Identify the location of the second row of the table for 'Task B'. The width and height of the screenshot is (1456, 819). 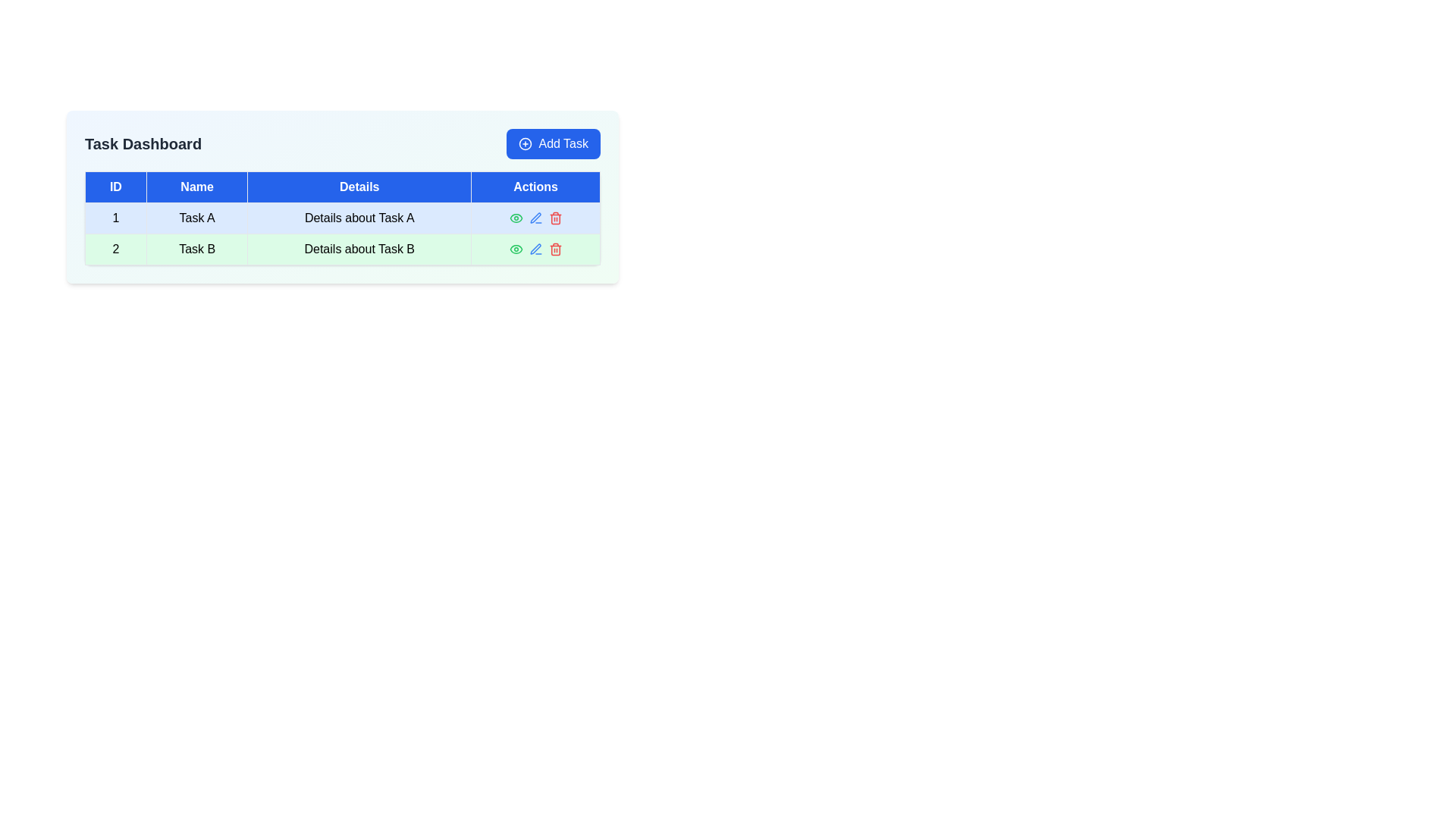
(341, 248).